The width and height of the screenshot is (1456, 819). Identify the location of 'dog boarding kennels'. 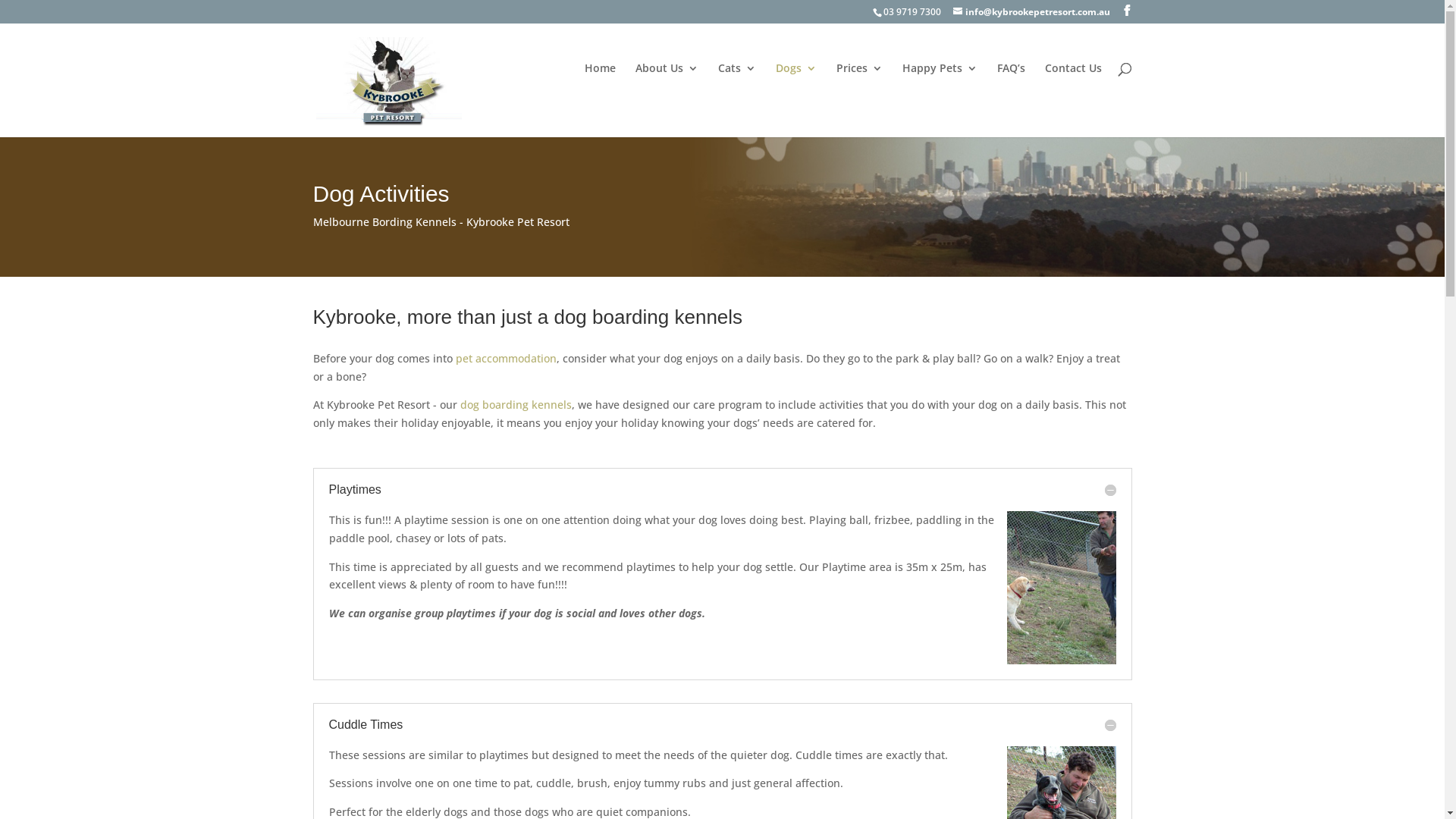
(515, 403).